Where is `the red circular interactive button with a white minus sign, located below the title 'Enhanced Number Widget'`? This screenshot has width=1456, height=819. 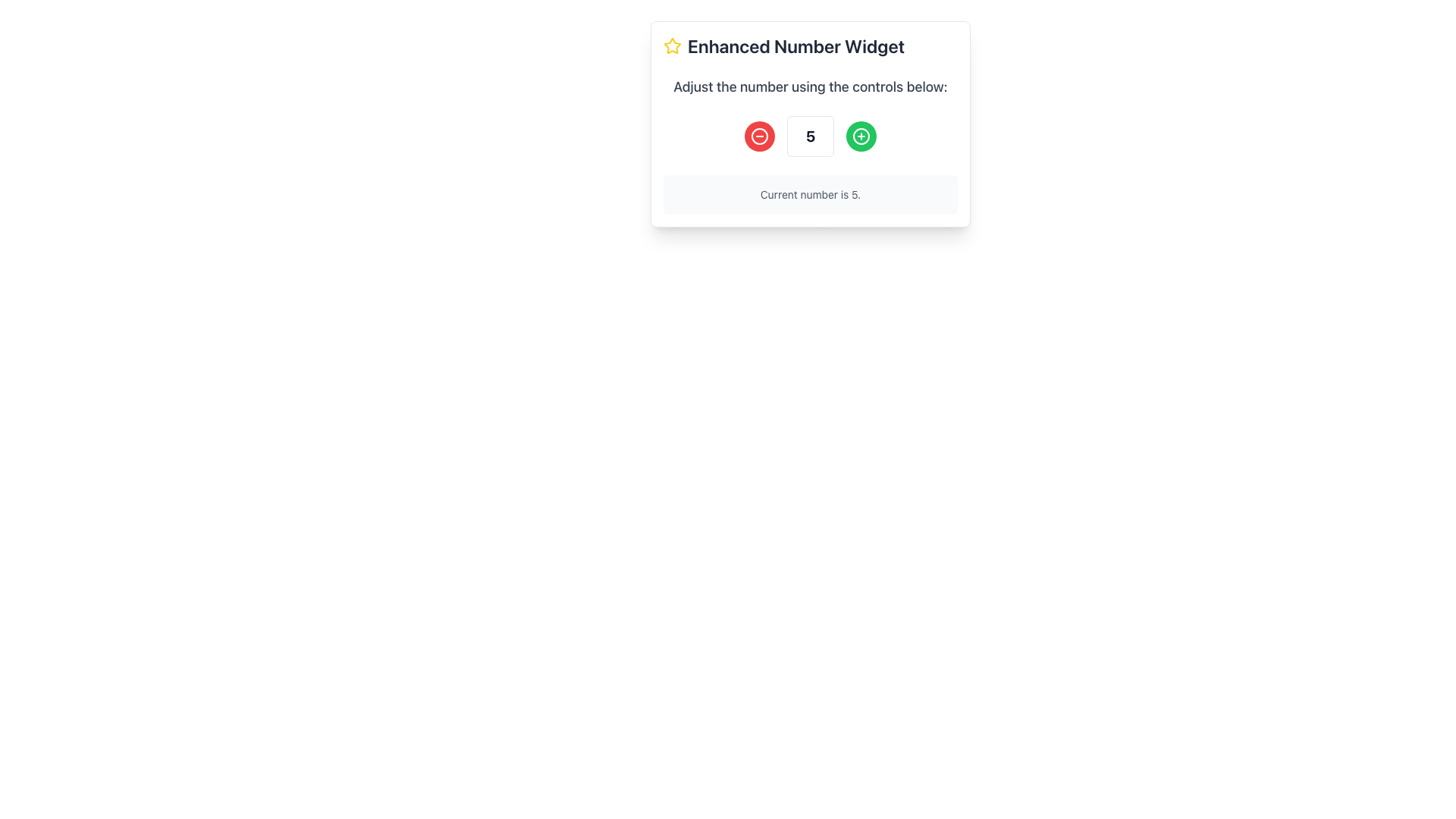
the red circular interactive button with a white minus sign, located below the title 'Enhanced Number Widget' is located at coordinates (759, 136).